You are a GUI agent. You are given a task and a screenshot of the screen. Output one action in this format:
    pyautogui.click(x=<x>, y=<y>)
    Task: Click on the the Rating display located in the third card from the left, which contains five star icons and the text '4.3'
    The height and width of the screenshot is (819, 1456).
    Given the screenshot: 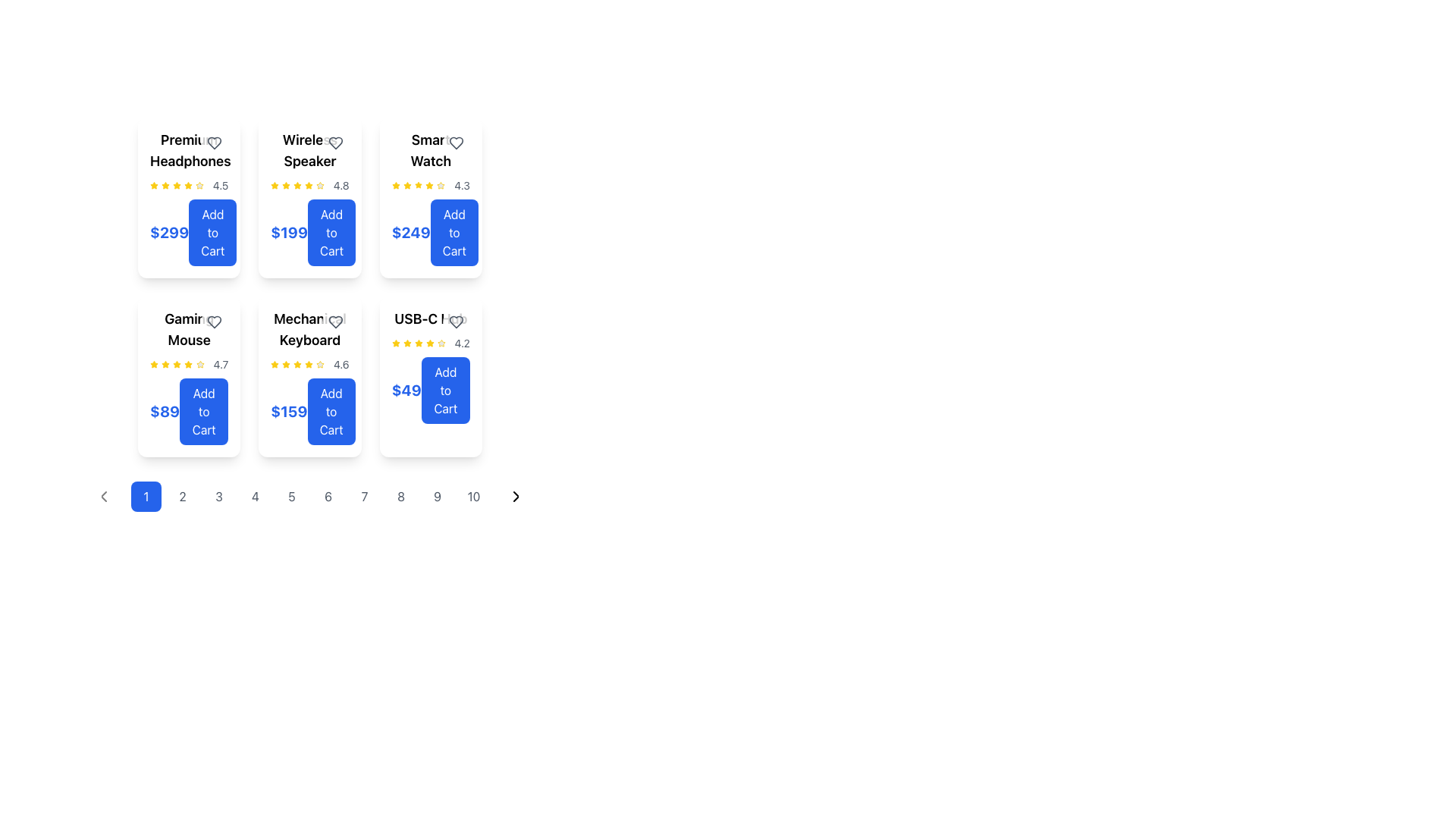 What is the action you would take?
    pyautogui.click(x=430, y=185)
    